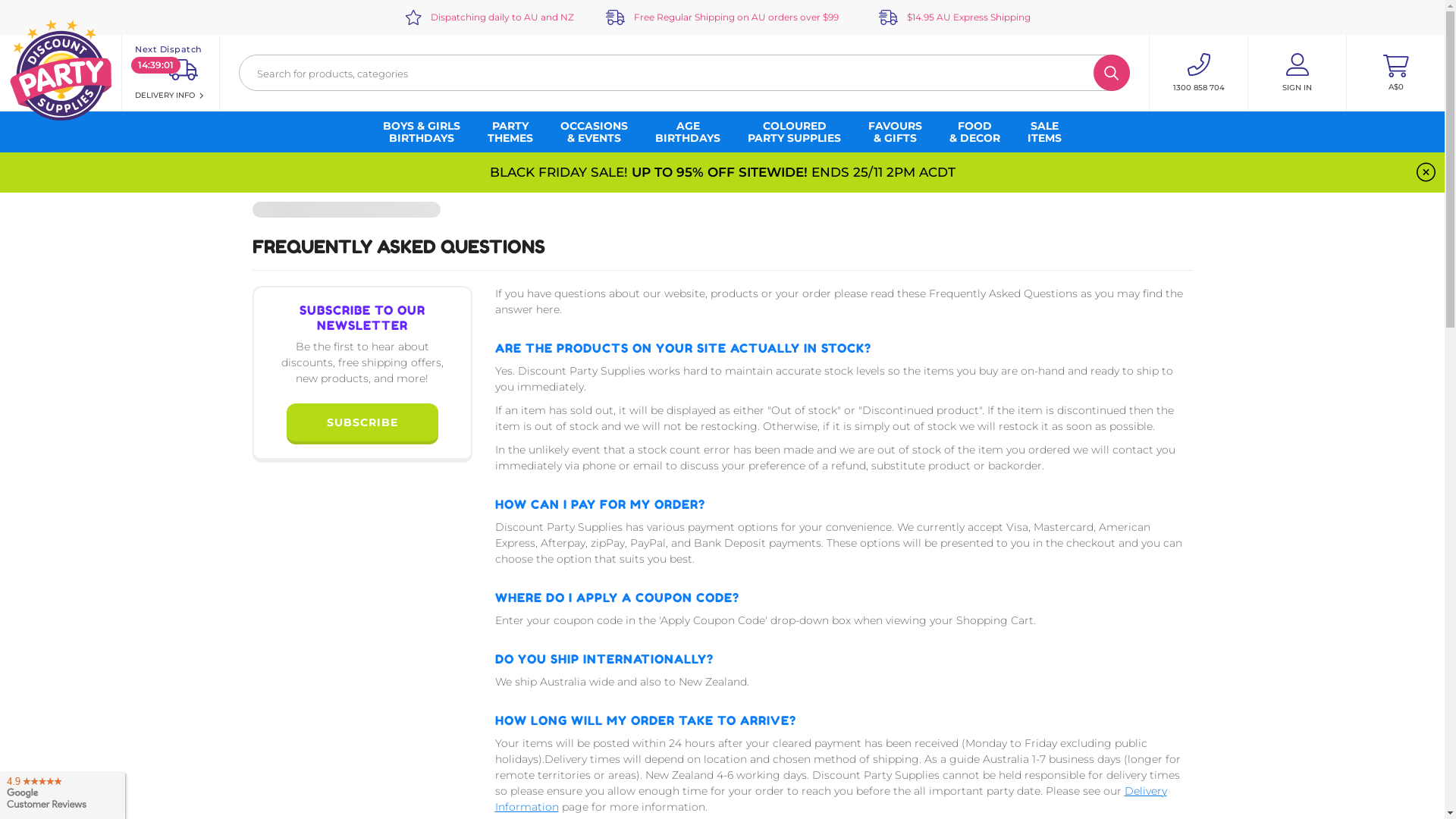 The width and height of the screenshot is (1456, 819). Describe the element at coordinates (1395, 73) in the screenshot. I see `'A$0'` at that location.